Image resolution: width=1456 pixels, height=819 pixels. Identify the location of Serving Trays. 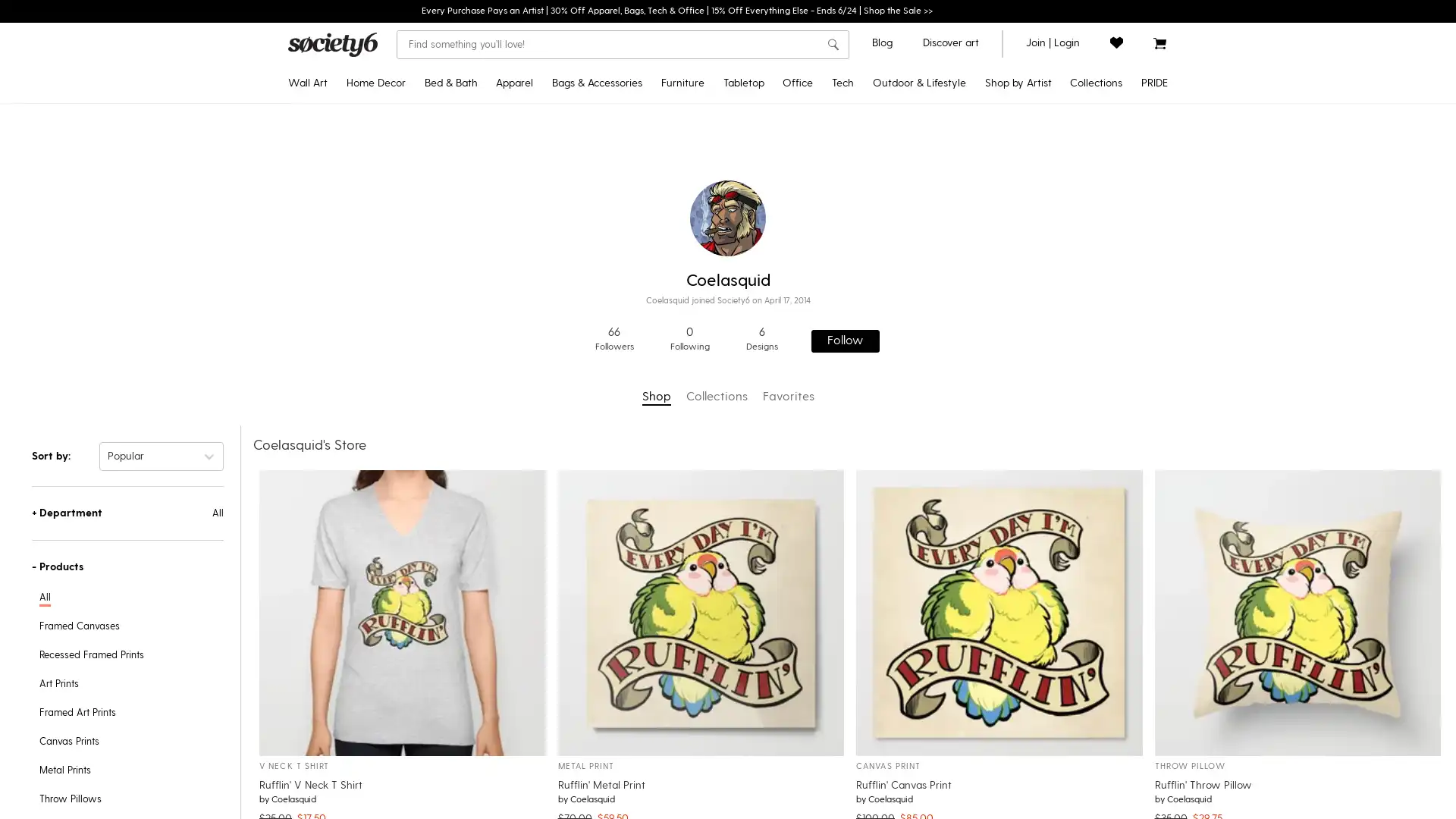
(771, 341).